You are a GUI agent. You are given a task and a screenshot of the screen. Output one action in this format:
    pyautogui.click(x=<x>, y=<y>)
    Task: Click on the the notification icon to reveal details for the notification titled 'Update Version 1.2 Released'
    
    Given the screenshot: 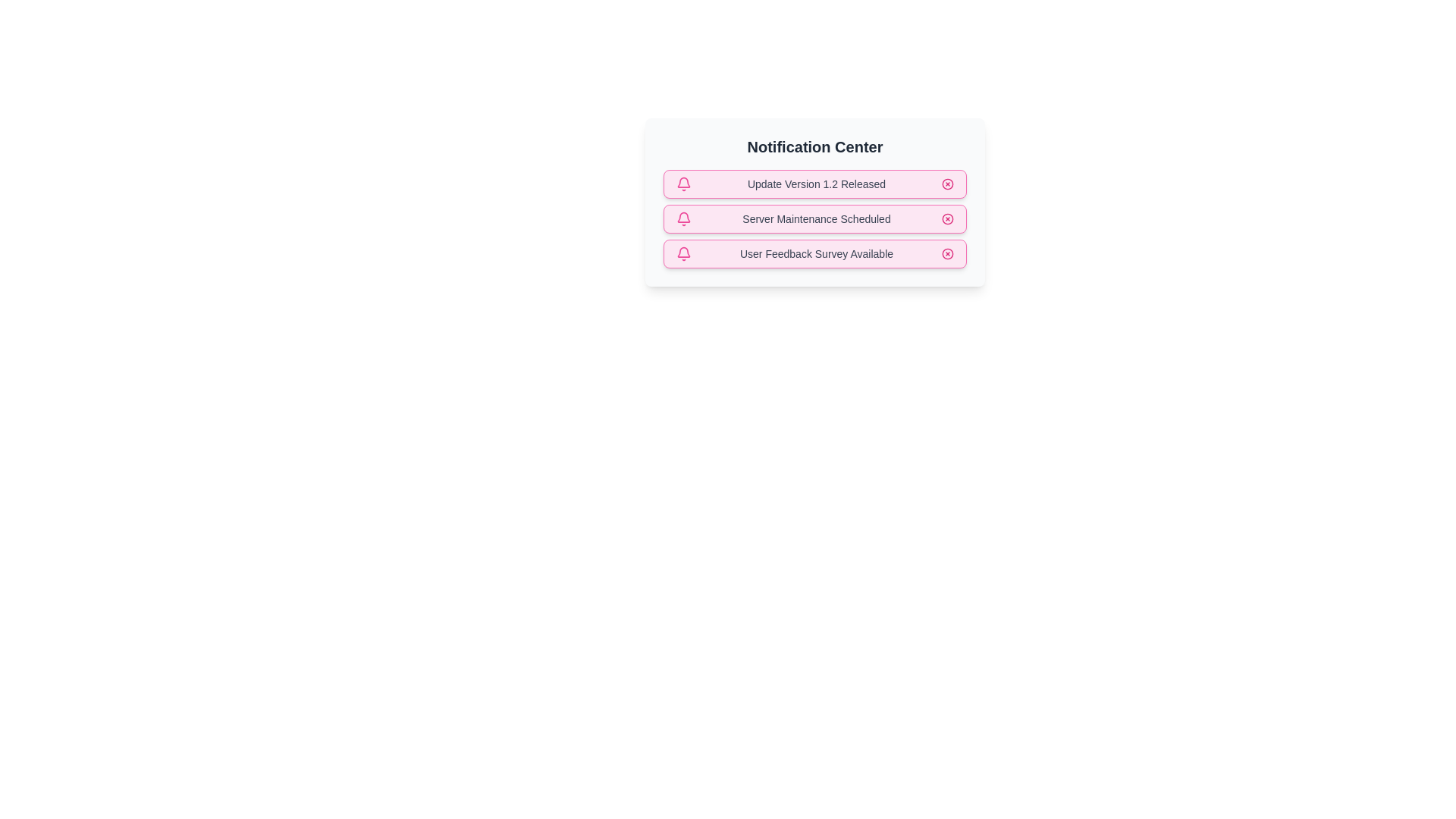 What is the action you would take?
    pyautogui.click(x=683, y=184)
    